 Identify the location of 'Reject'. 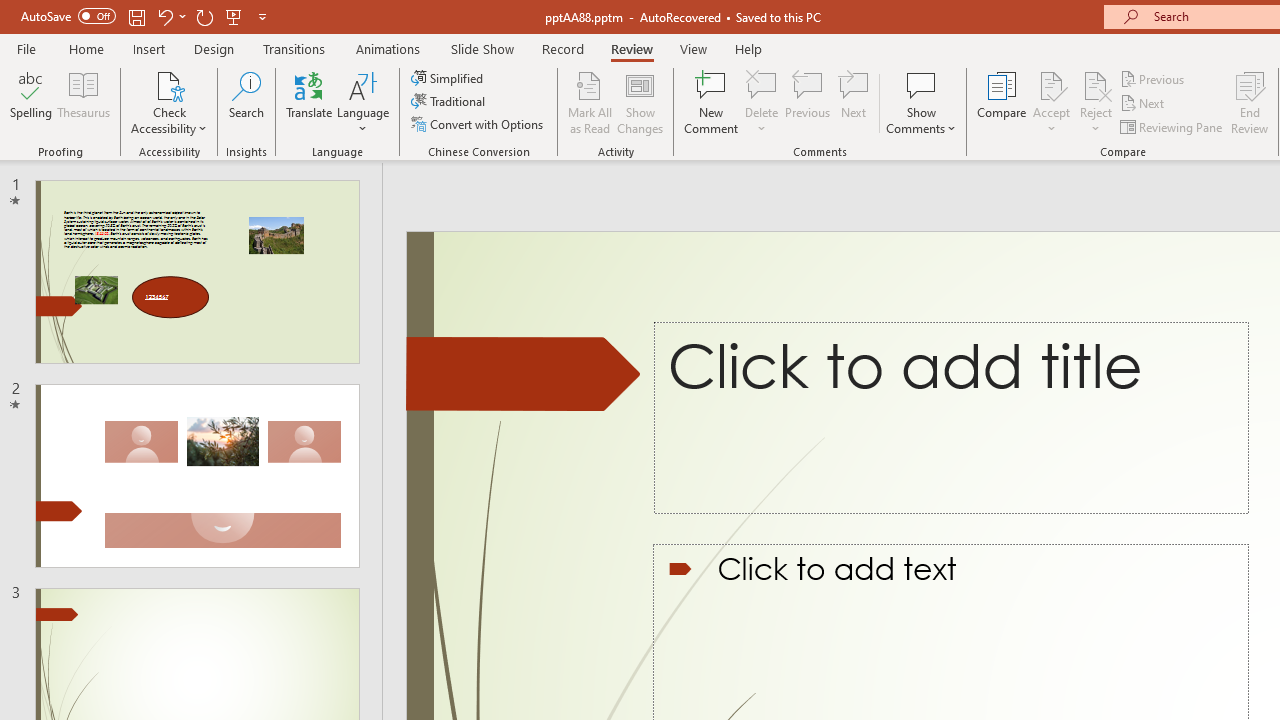
(1095, 103).